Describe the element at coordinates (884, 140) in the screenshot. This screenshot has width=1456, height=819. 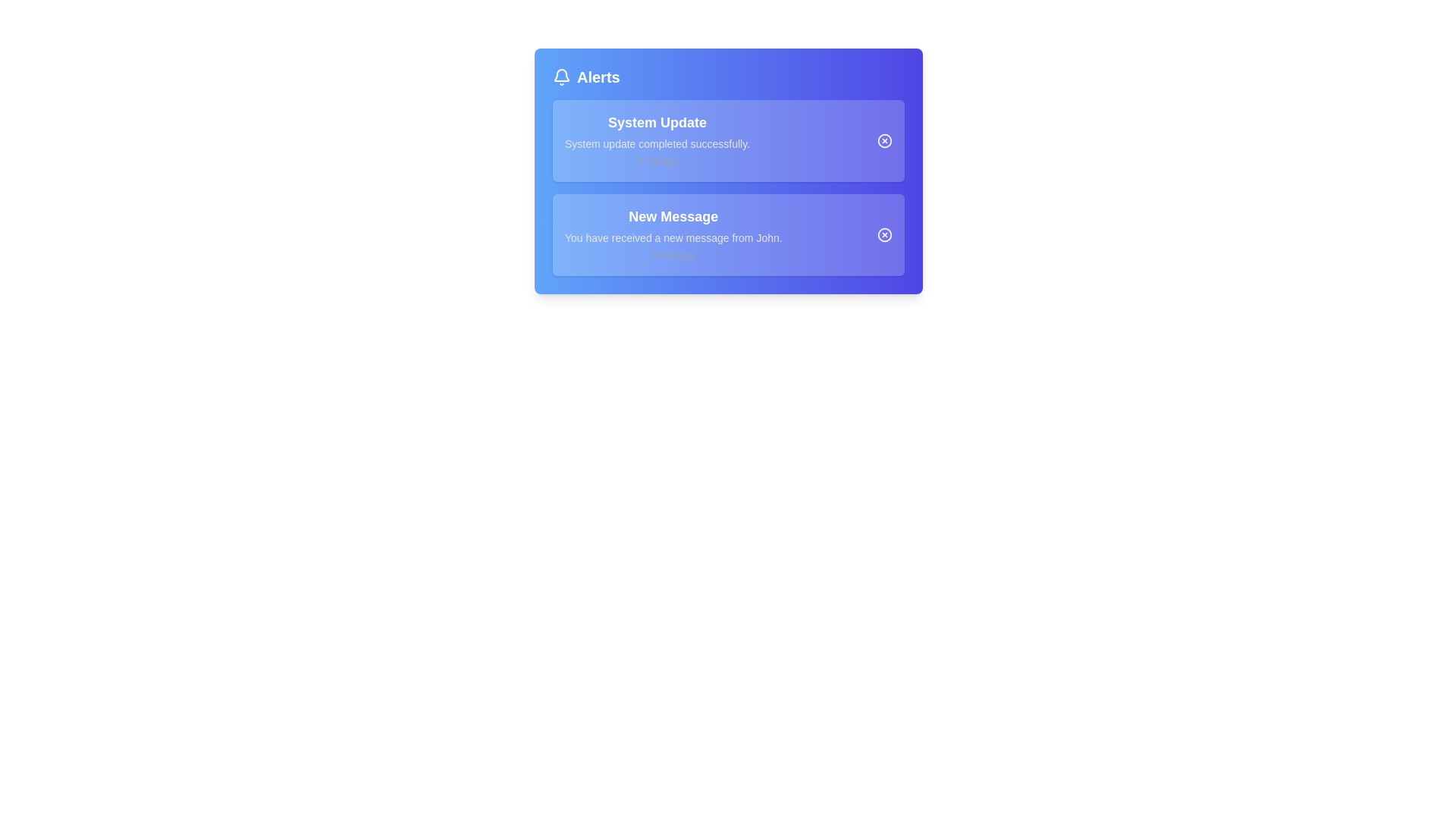
I see `the circular cancel button element with a bold border, located at the right side of the 'System Update' notification` at that location.